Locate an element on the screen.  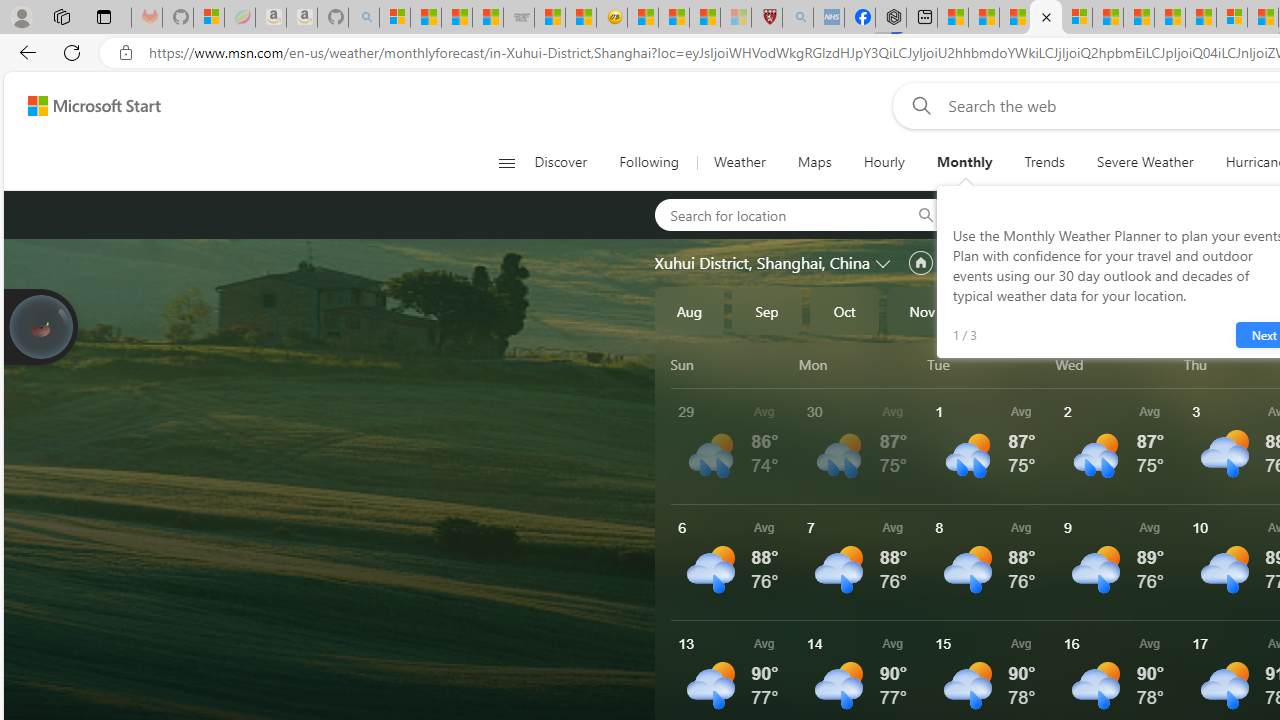
'Feb' is located at coordinates (1155, 311).